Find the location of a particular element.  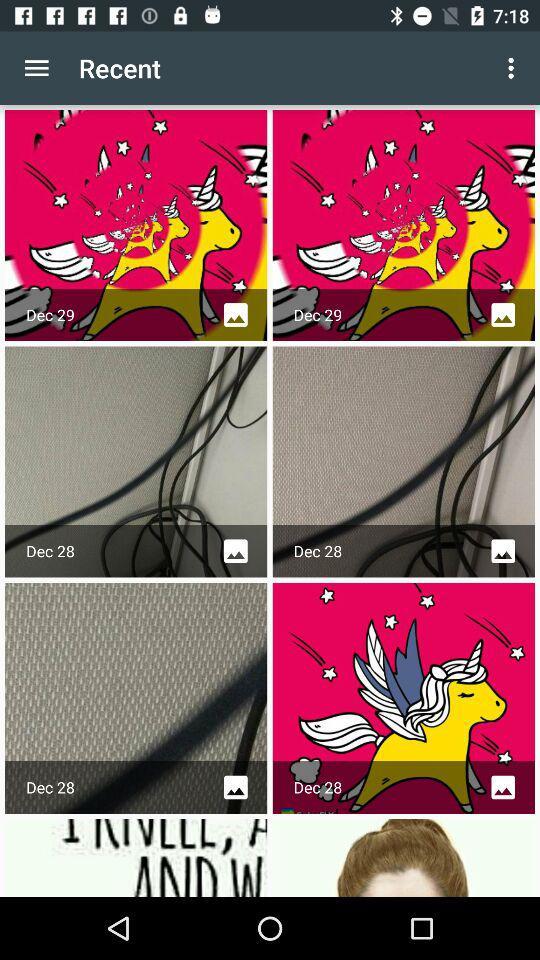

icon to the left of recent app is located at coordinates (36, 68).